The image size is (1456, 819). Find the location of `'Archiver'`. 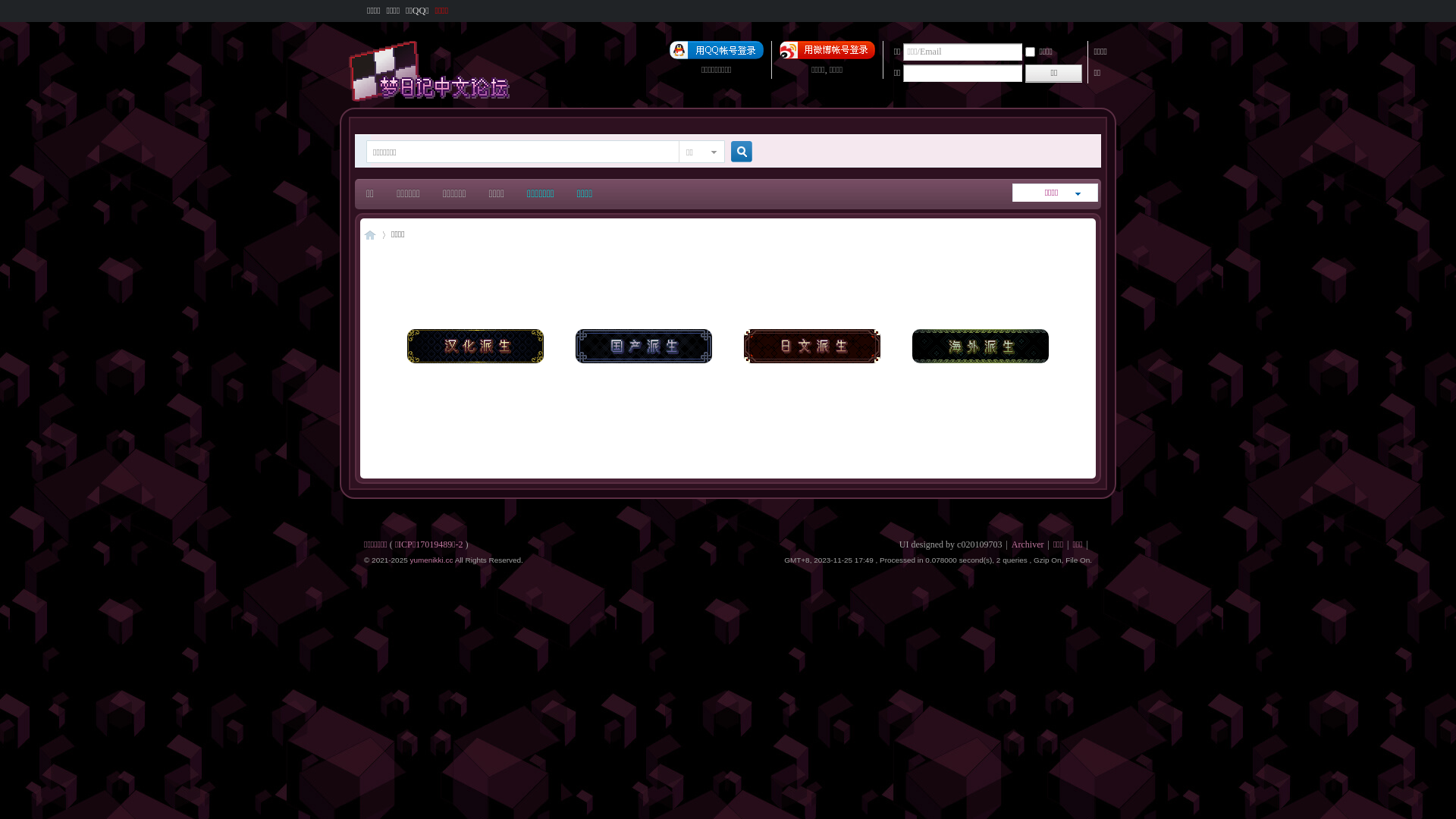

'Archiver' is located at coordinates (1028, 543).